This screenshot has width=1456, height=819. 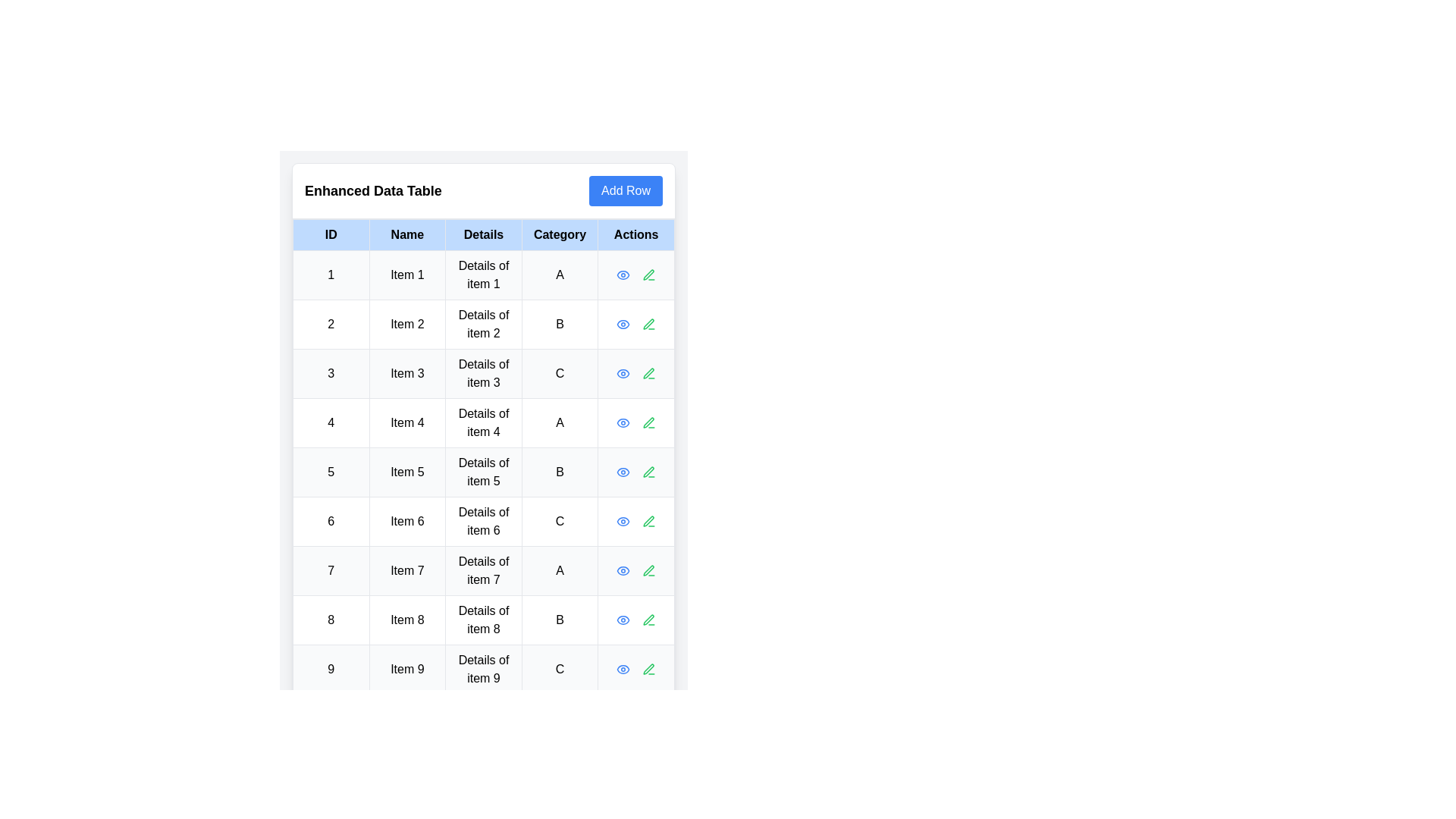 I want to click on the blue eye icon located in the 'Actions' column under 'Item 9', so click(x=623, y=669).